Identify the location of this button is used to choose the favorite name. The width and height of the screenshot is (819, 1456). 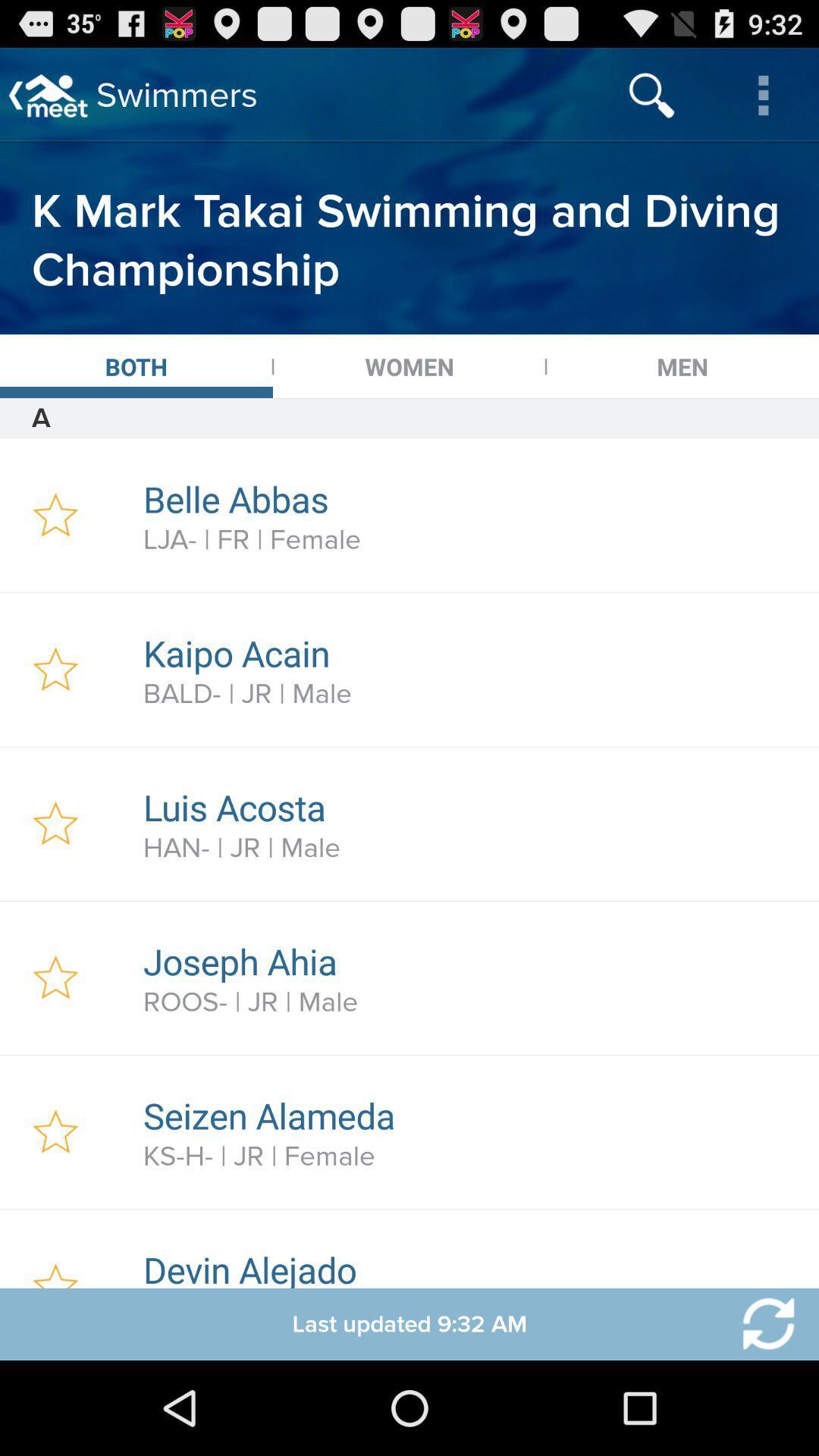
(55, 823).